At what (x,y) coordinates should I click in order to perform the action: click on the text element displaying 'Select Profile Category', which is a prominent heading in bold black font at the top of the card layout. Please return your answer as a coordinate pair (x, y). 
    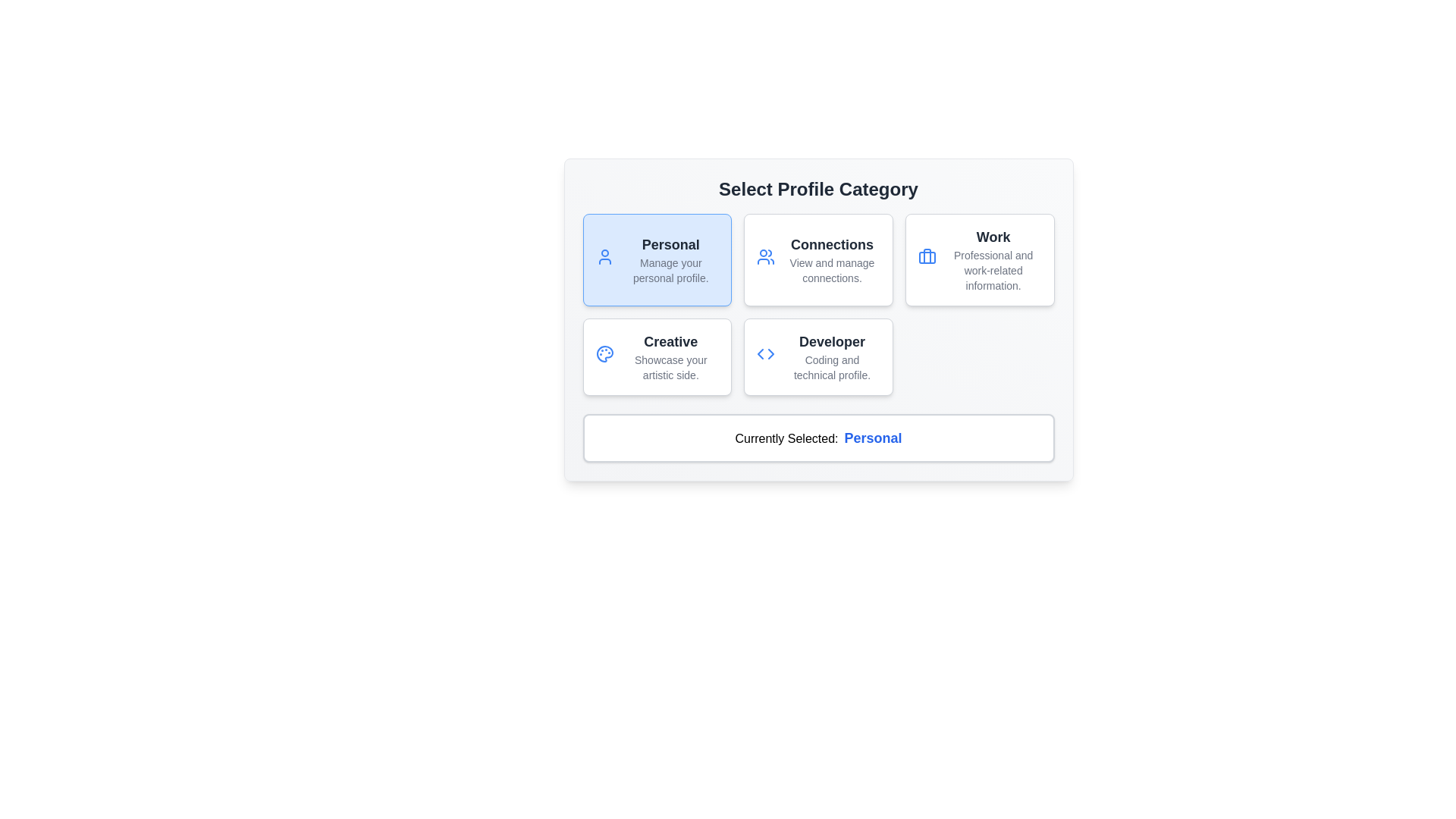
    Looking at the image, I should click on (817, 189).